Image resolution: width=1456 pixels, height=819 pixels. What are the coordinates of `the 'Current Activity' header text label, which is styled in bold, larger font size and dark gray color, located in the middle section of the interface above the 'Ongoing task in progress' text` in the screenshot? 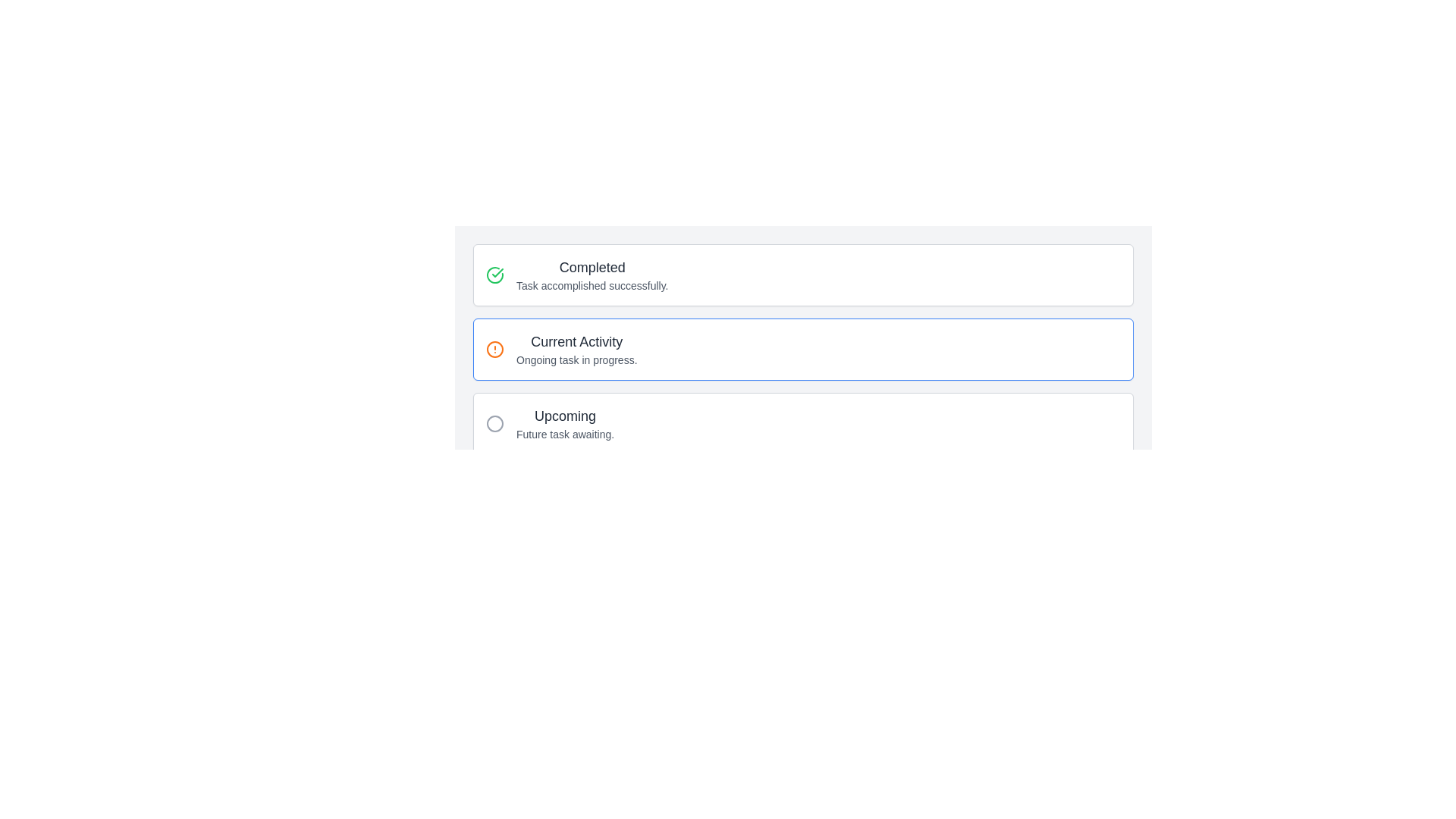 It's located at (576, 342).